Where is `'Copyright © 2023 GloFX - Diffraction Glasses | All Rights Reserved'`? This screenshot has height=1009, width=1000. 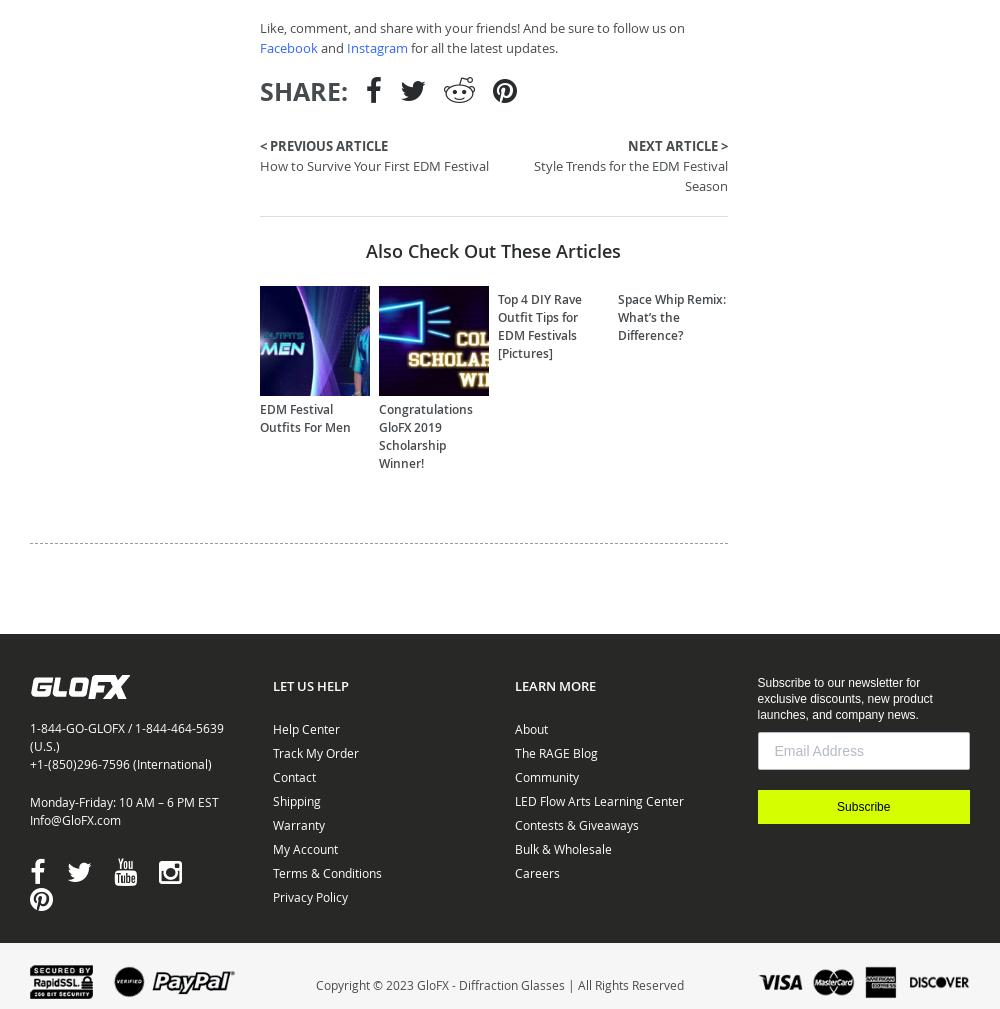 'Copyright © 2023 GloFX - Diffraction Glasses | All Rights Reserved' is located at coordinates (500, 983).